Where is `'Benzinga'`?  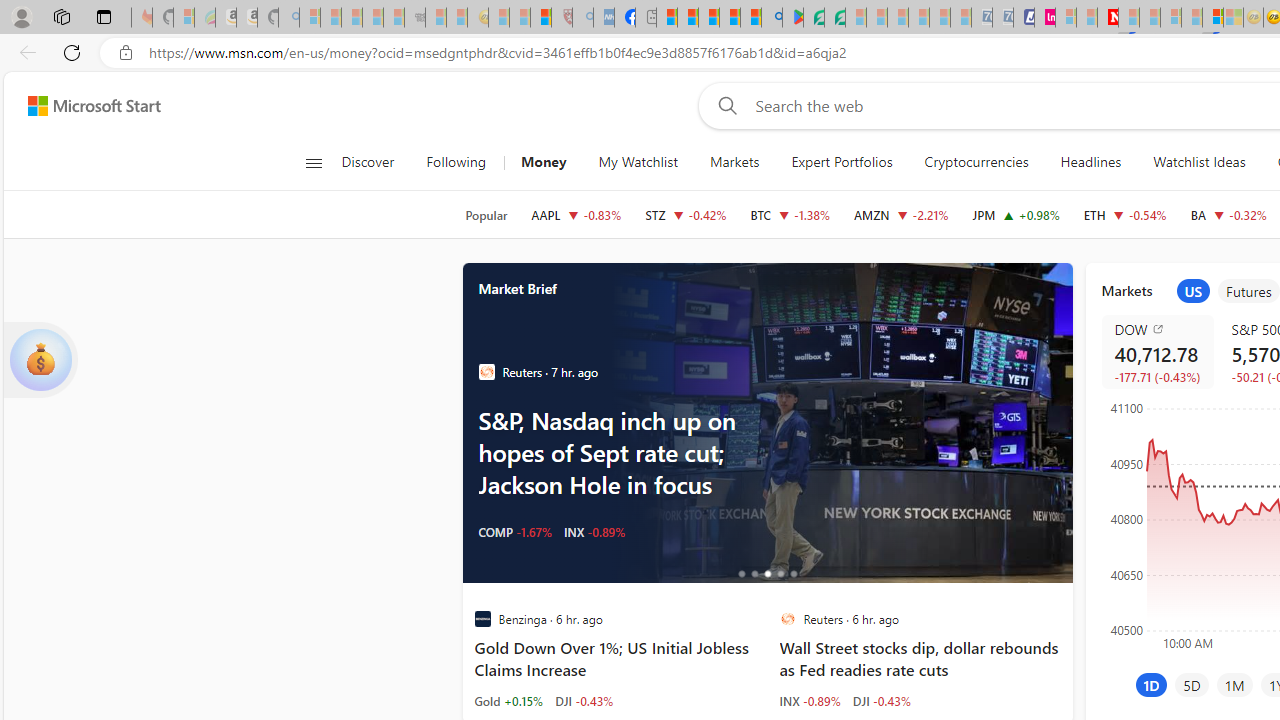
'Benzinga' is located at coordinates (482, 618).